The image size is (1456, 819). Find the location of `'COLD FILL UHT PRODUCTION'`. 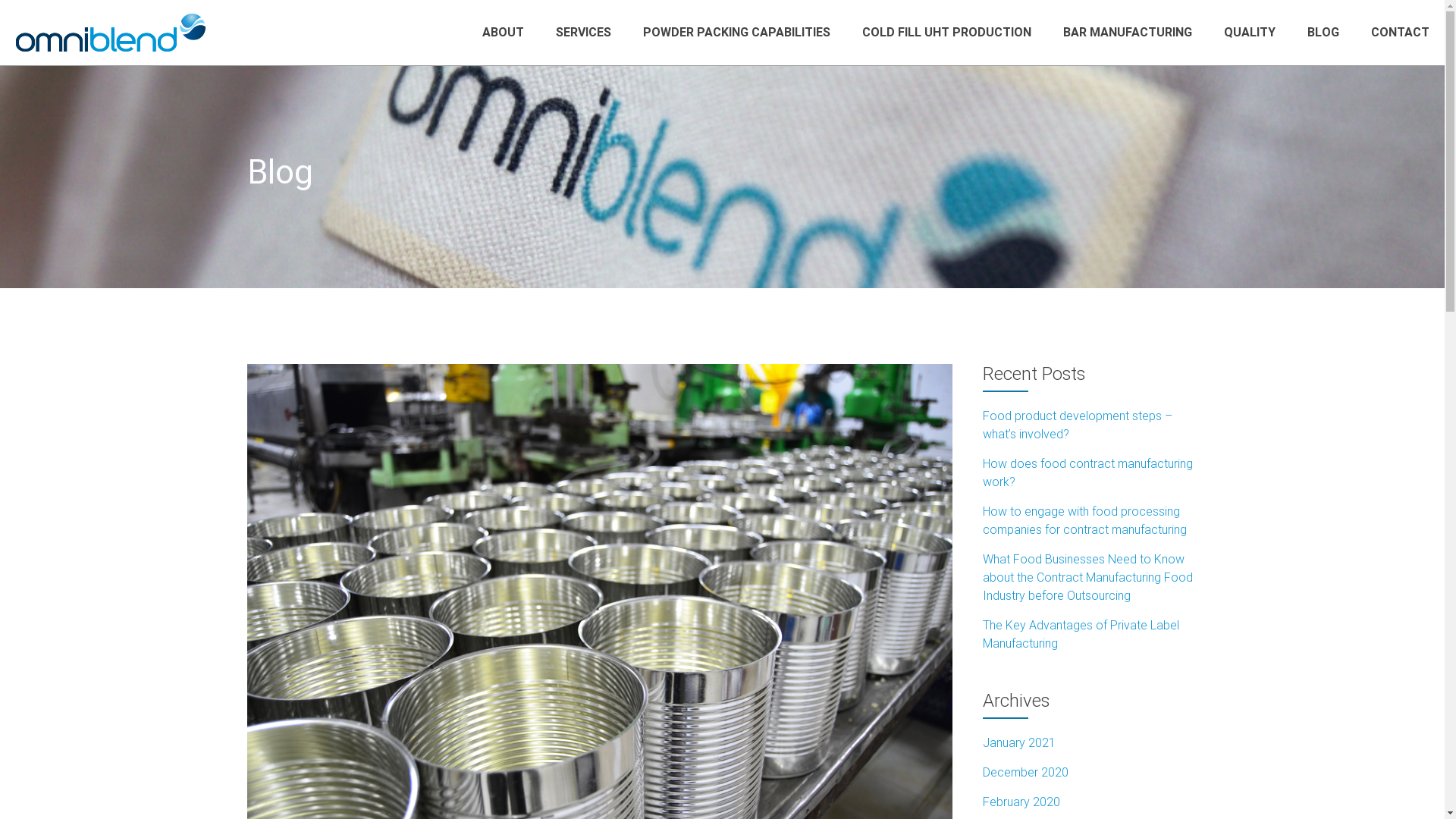

'COLD FILL UHT PRODUCTION' is located at coordinates (946, 32).